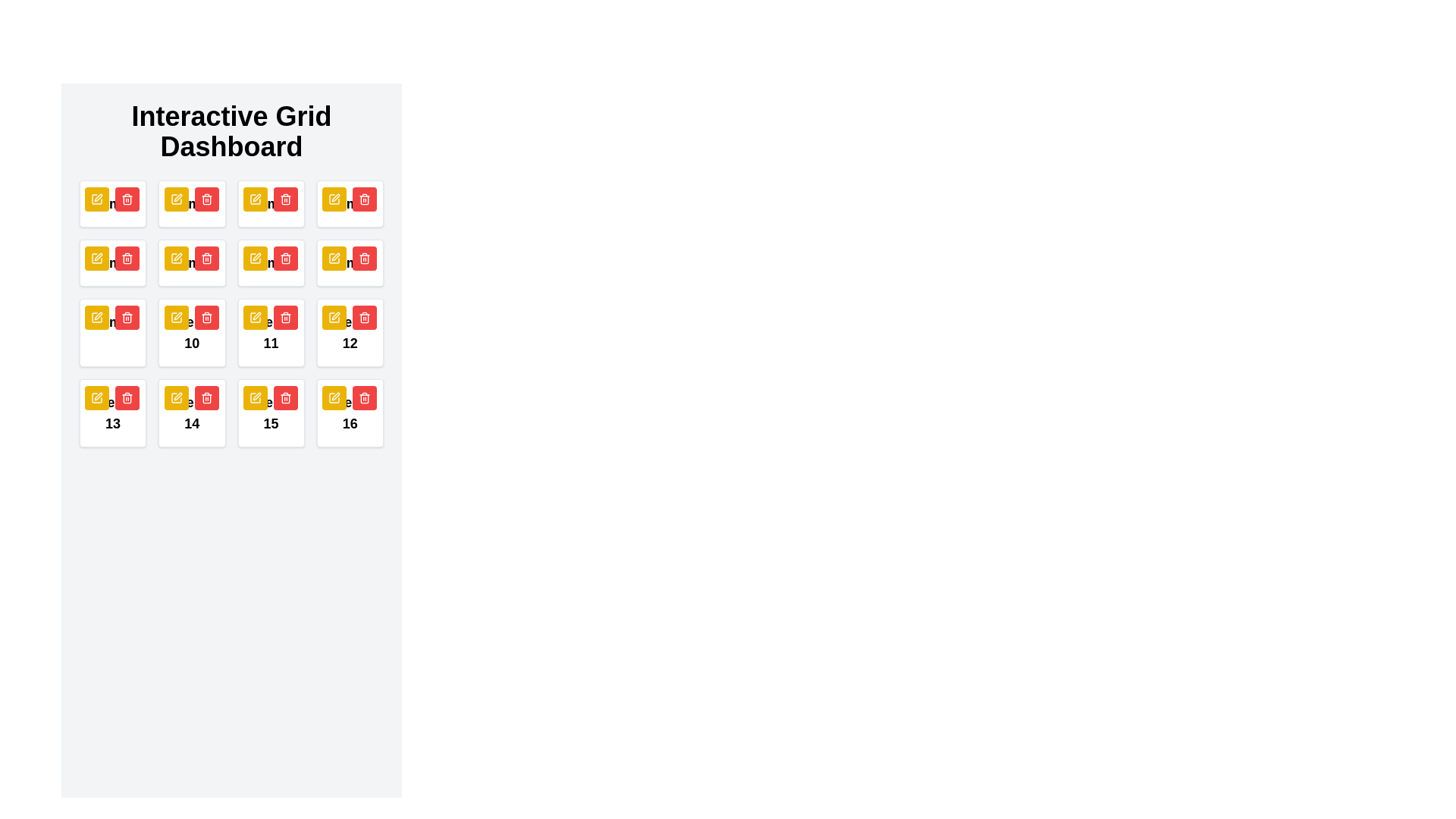  Describe the element at coordinates (271, 413) in the screenshot. I see `the static text component displaying 'Item 15', which is a large, bold text located centrally in the bottom row of the grid` at that location.